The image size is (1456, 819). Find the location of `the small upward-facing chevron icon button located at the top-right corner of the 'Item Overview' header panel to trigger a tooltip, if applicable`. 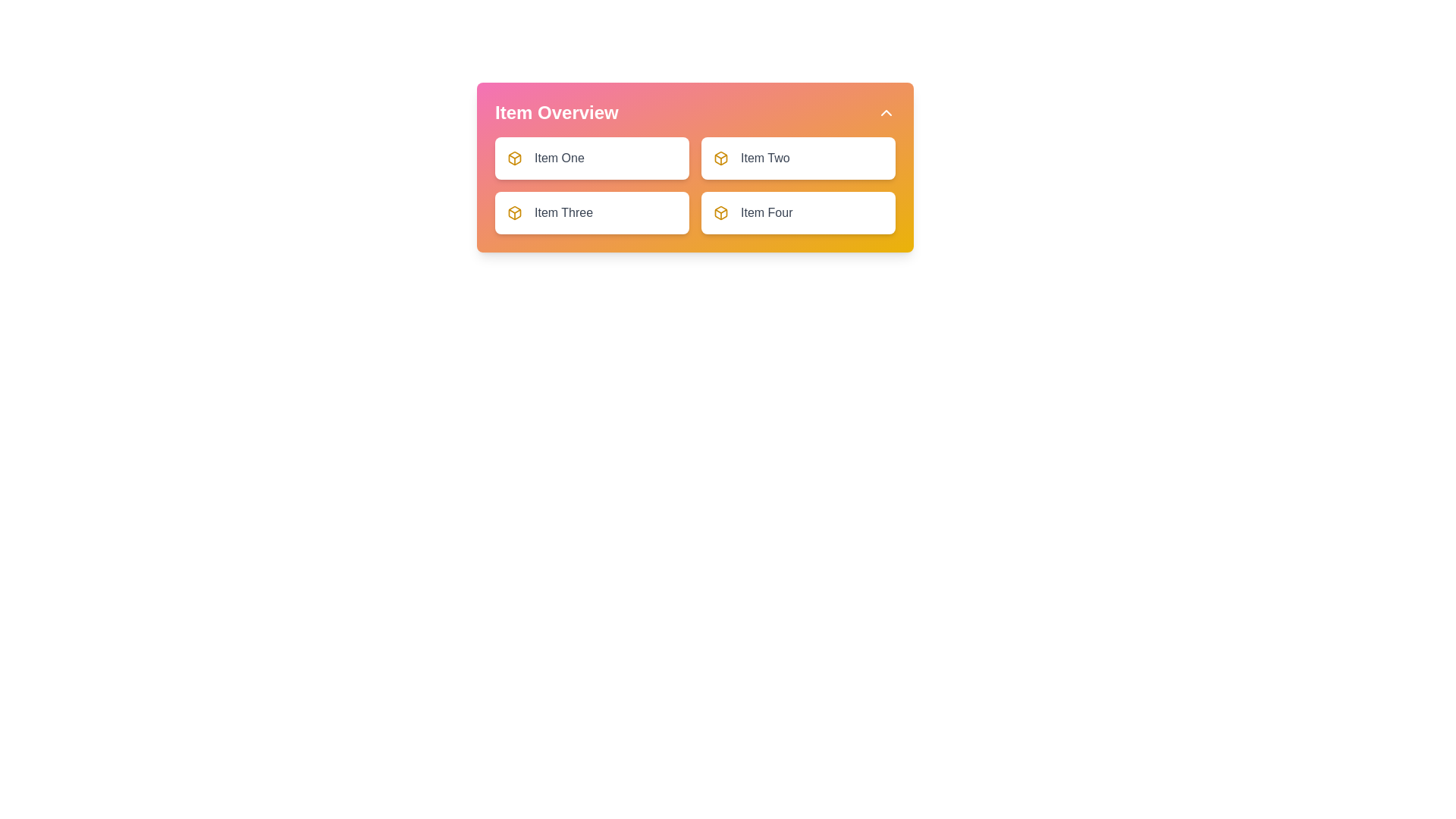

the small upward-facing chevron icon button located at the top-right corner of the 'Item Overview' header panel to trigger a tooltip, if applicable is located at coordinates (886, 112).